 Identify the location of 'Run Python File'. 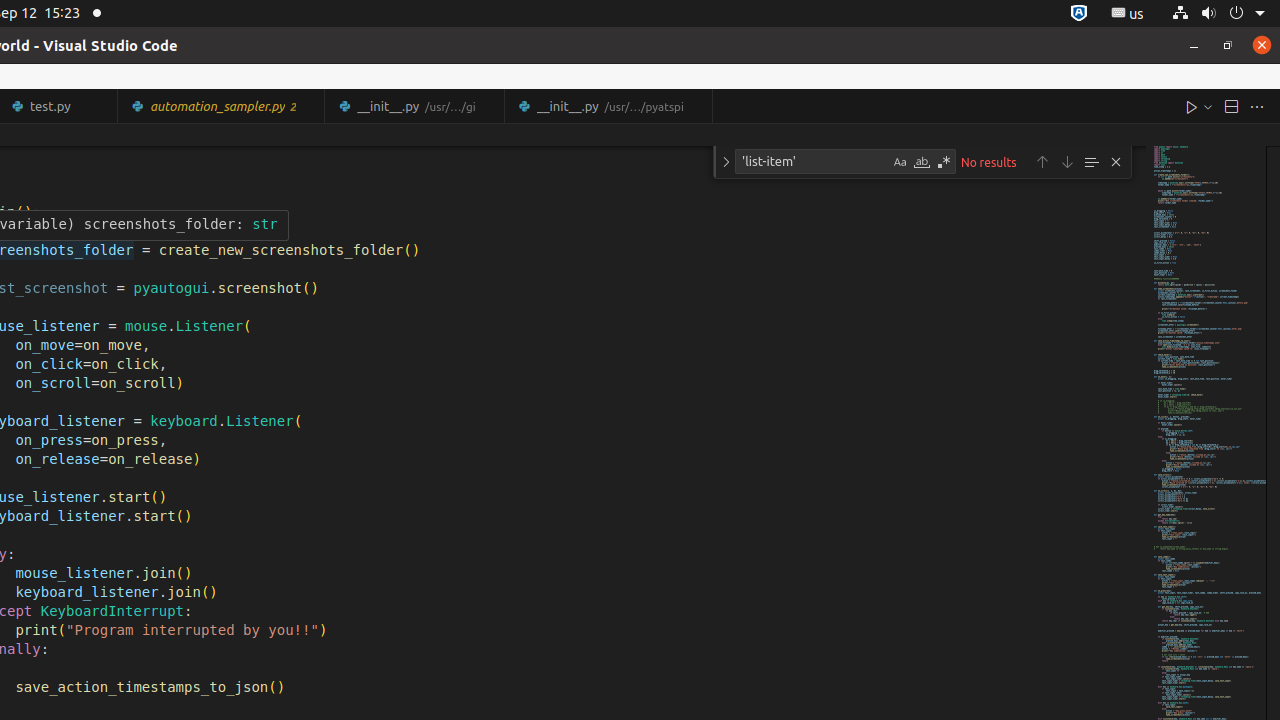
(1191, 106).